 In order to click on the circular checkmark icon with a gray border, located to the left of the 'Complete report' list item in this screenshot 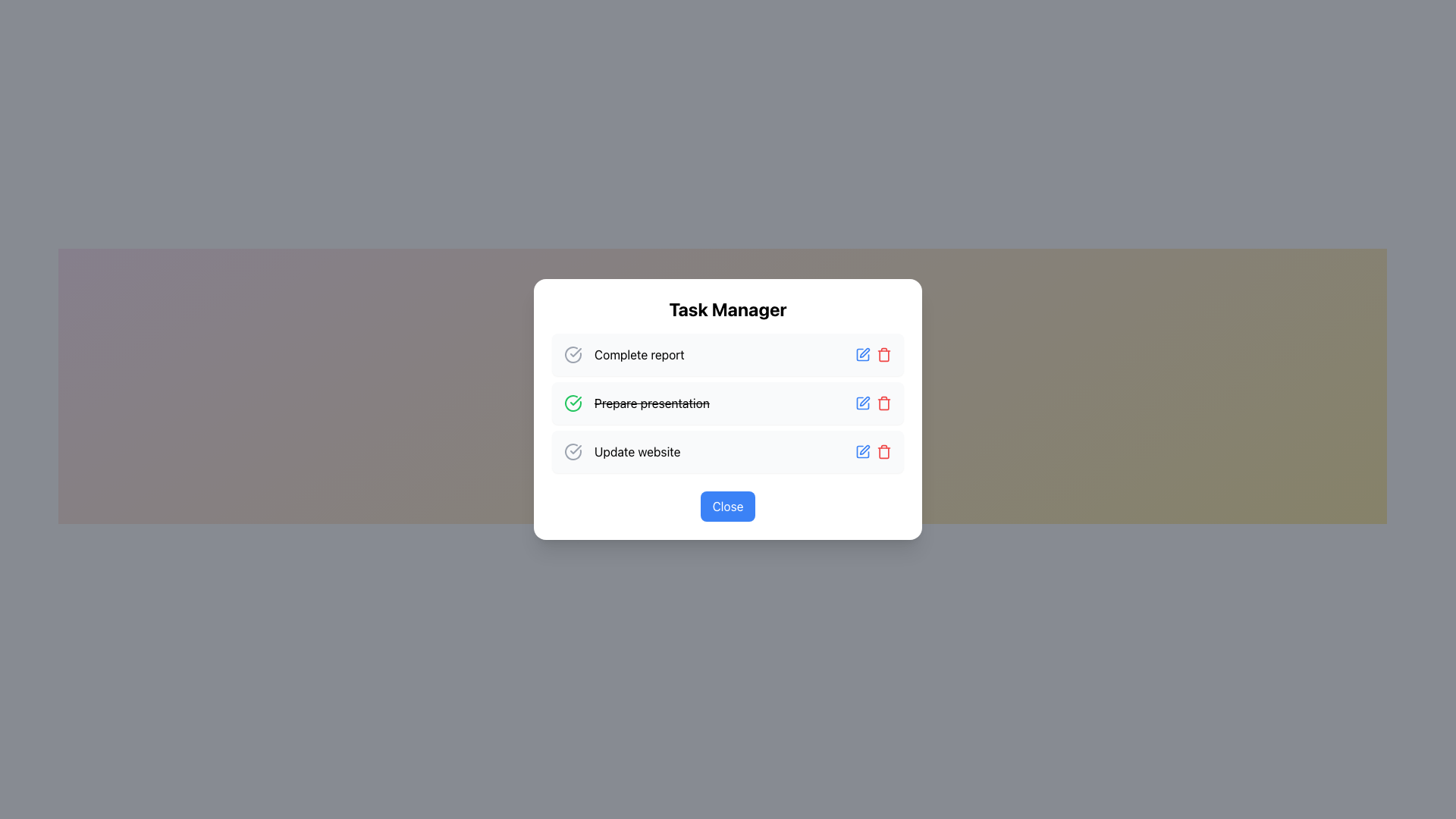, I will do `click(572, 354)`.